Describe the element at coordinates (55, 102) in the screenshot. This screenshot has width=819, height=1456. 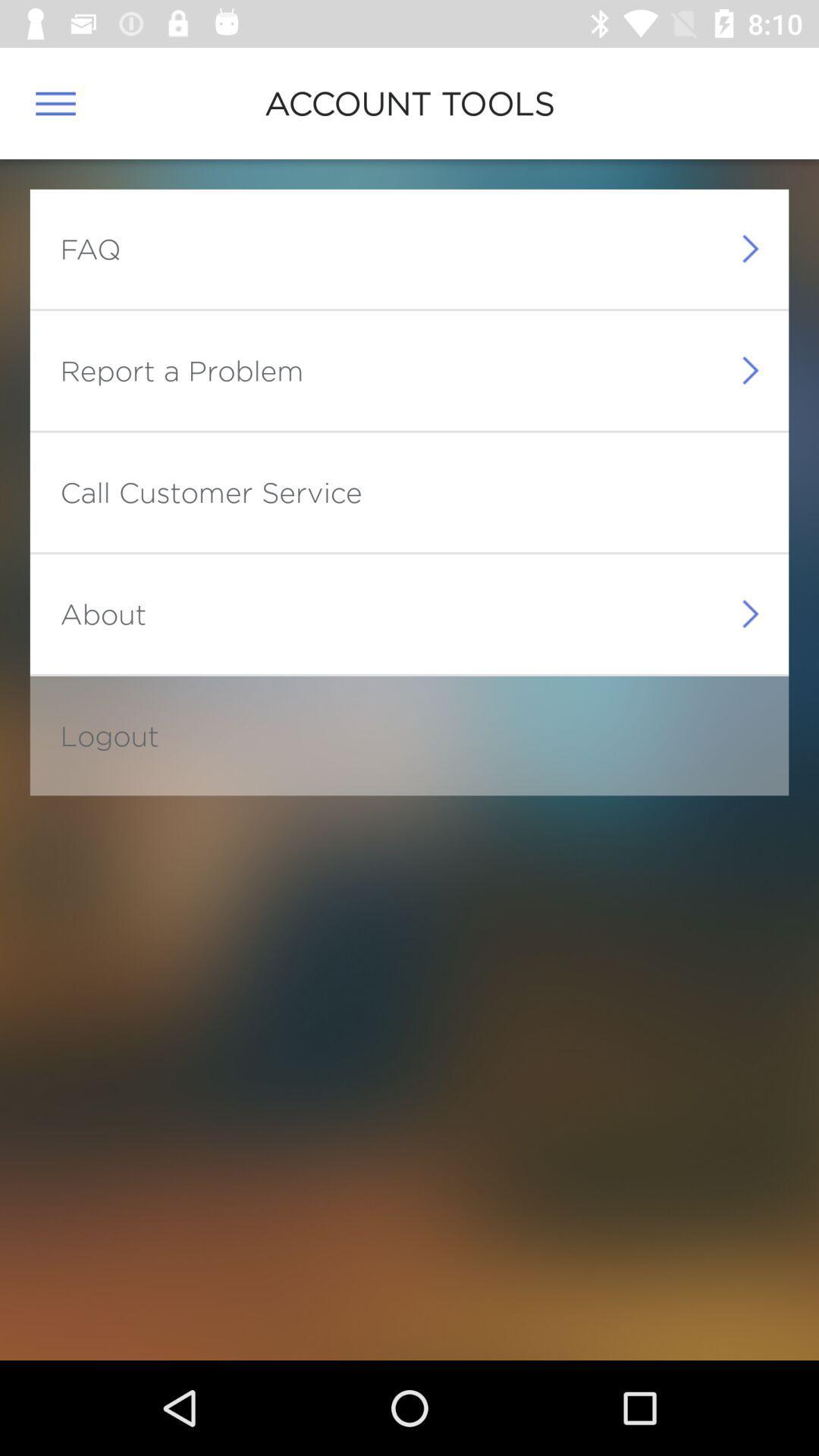
I see `the app next to account tools item` at that location.